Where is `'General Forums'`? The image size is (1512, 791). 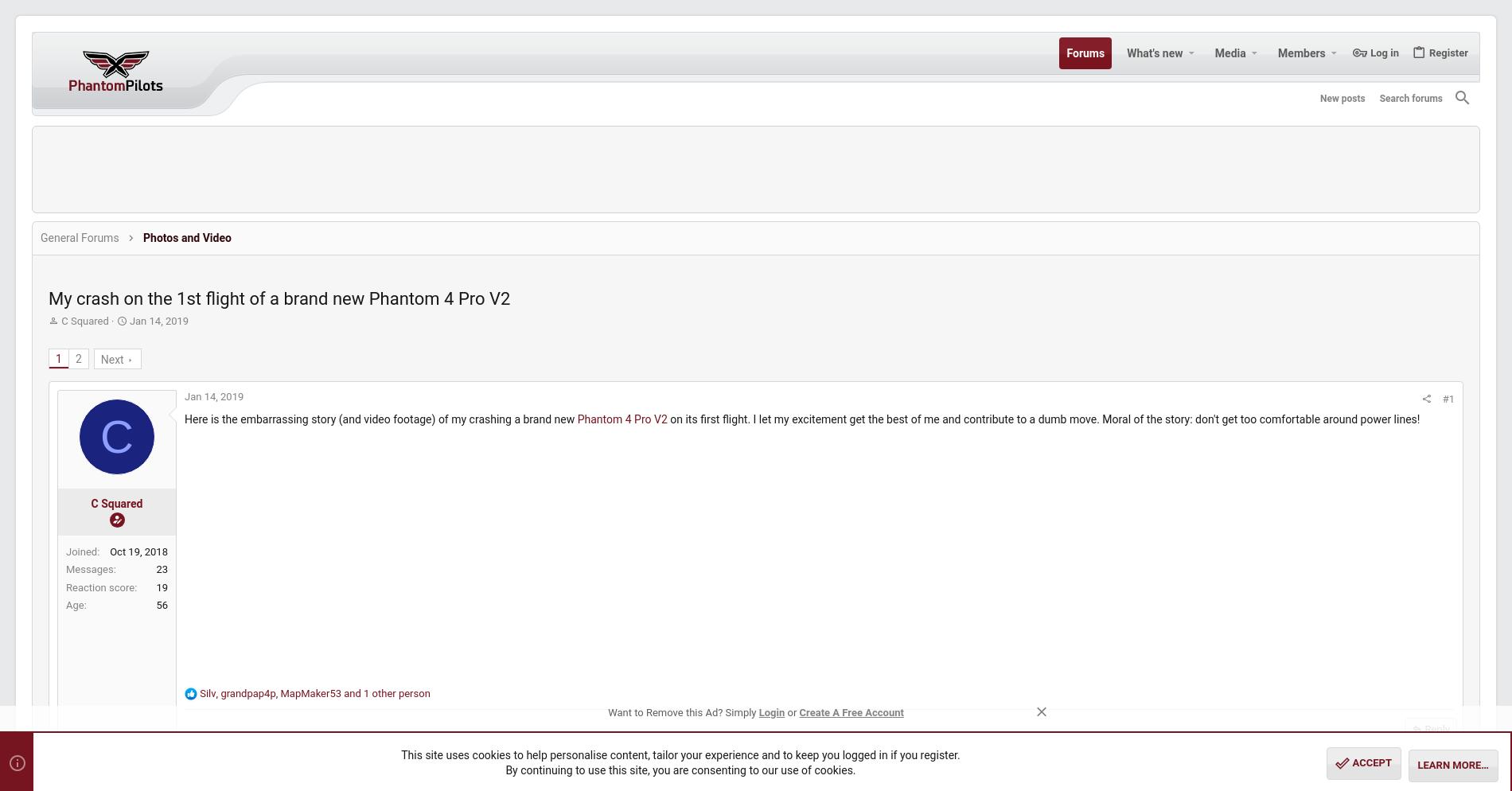
'General Forums' is located at coordinates (117, 237).